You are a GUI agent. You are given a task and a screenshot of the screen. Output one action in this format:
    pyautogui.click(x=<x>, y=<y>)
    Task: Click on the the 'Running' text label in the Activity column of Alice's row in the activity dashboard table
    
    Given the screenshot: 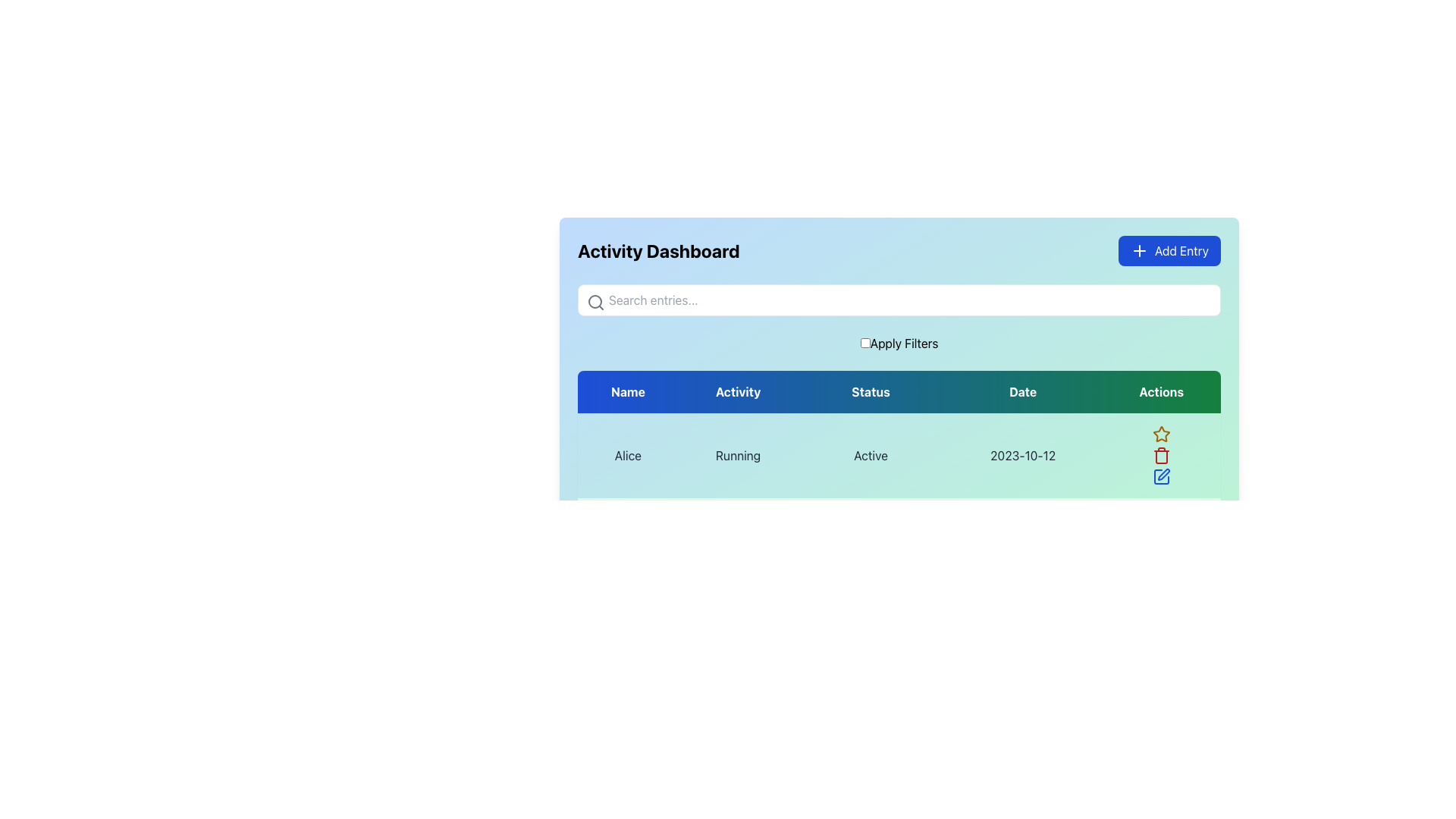 What is the action you would take?
    pyautogui.click(x=738, y=455)
    